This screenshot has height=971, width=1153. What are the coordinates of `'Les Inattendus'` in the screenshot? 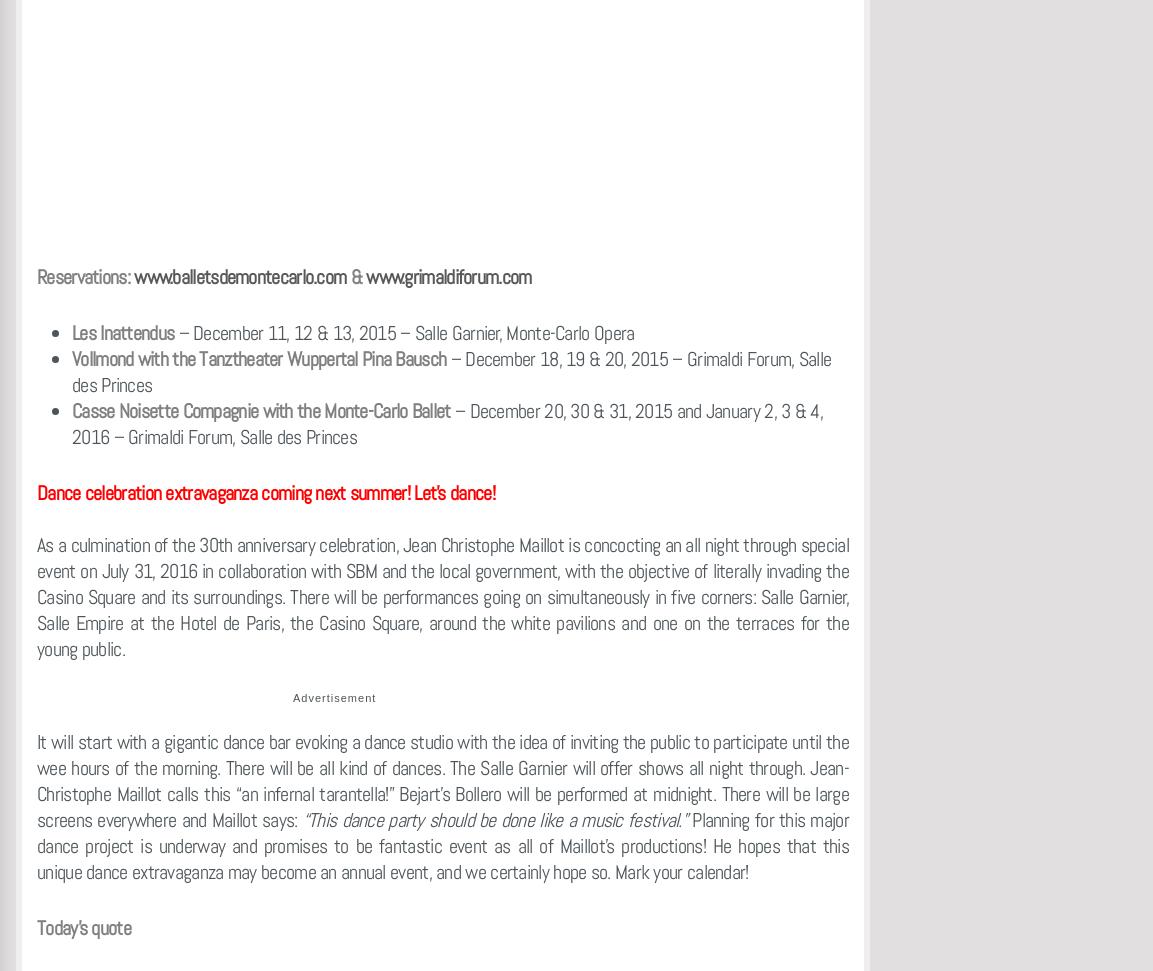 It's located at (70, 331).